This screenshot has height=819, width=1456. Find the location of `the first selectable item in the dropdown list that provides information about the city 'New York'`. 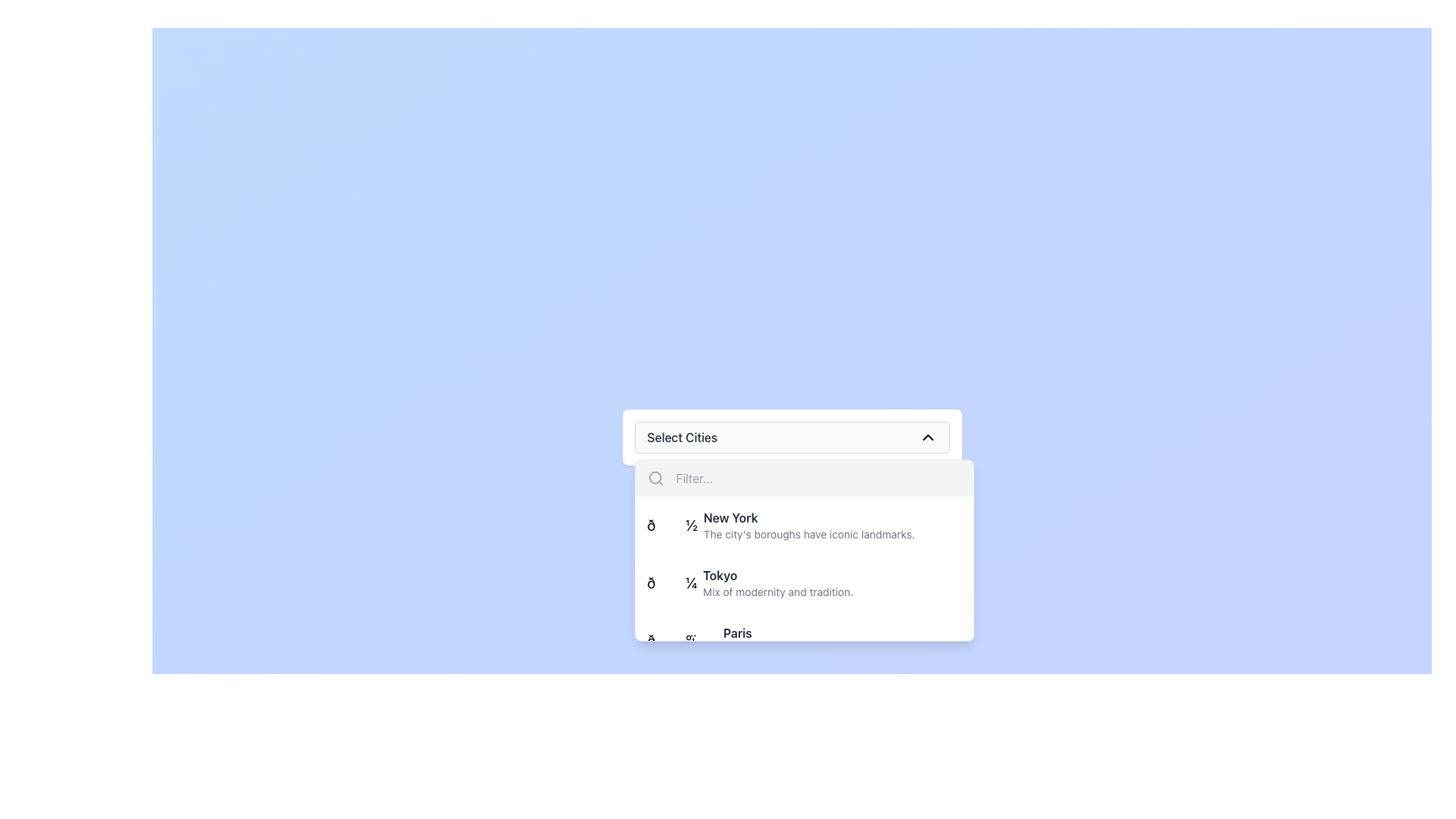

the first selectable item in the dropdown list that provides information about the city 'New York' is located at coordinates (808, 525).